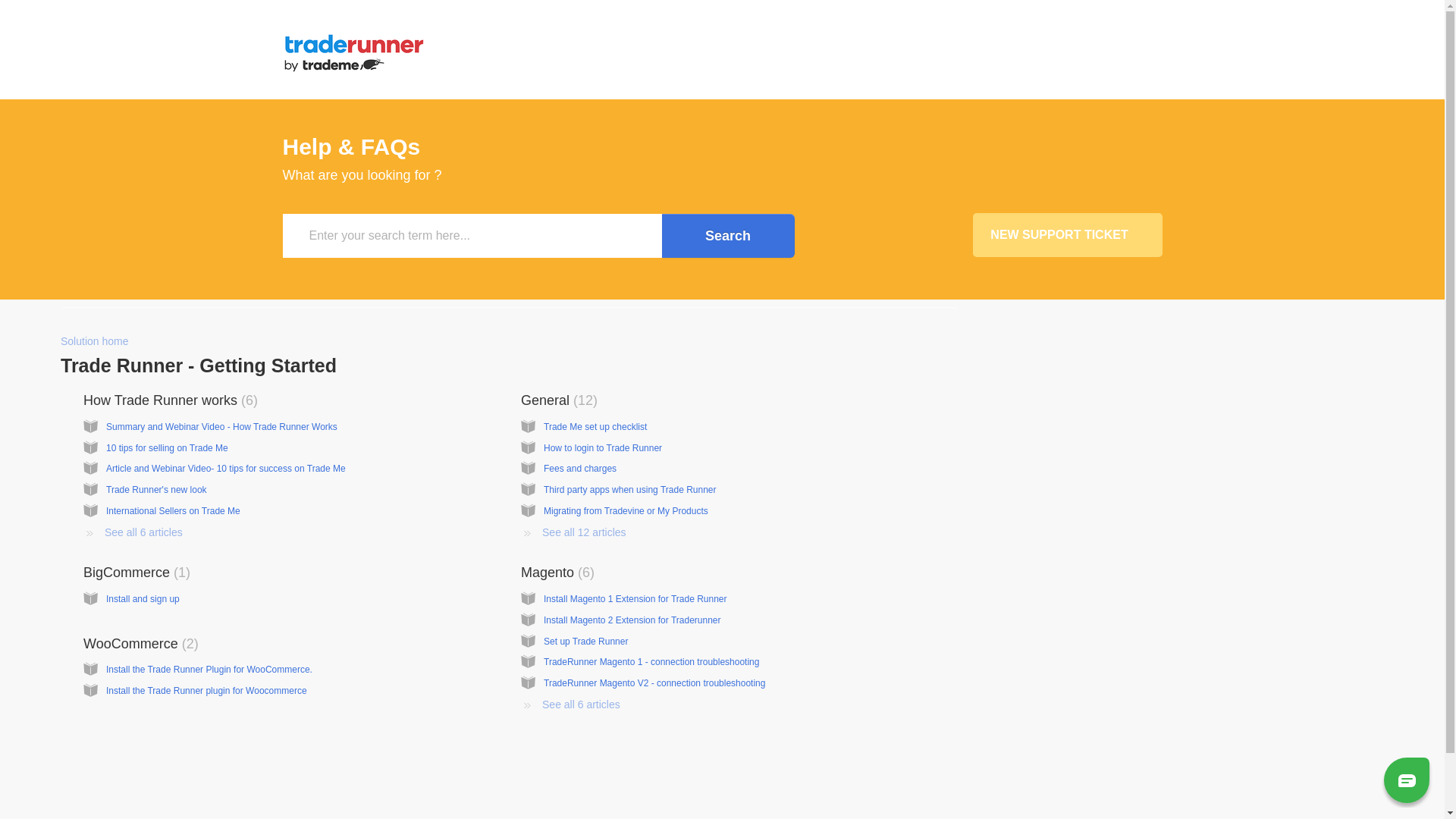 The image size is (1456, 819). Describe the element at coordinates (543, 427) in the screenshot. I see `'Trade Me set up checklist'` at that location.